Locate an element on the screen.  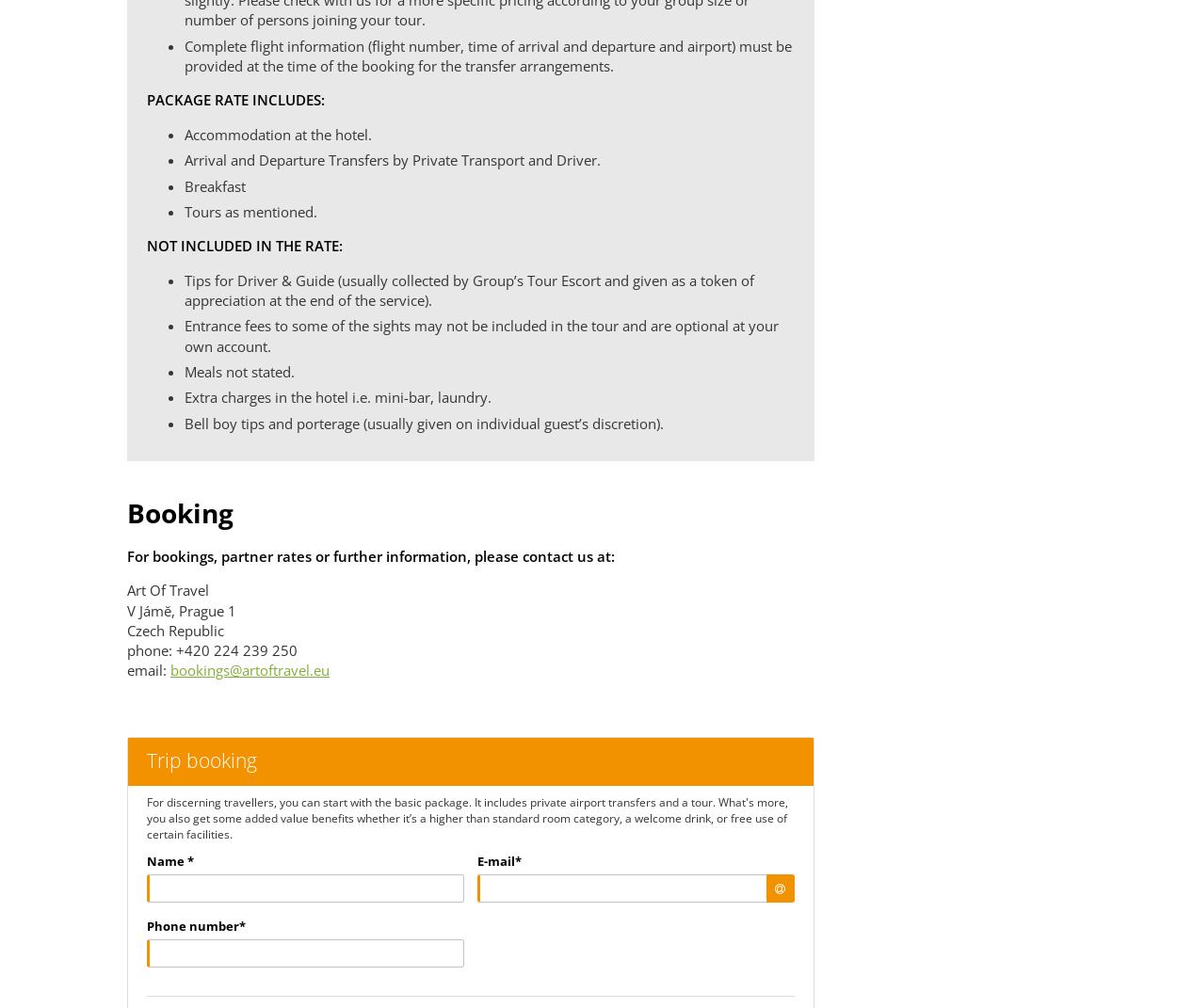
'Arrival and Departure Transfers by Private Transport and Driver.' is located at coordinates (392, 158).